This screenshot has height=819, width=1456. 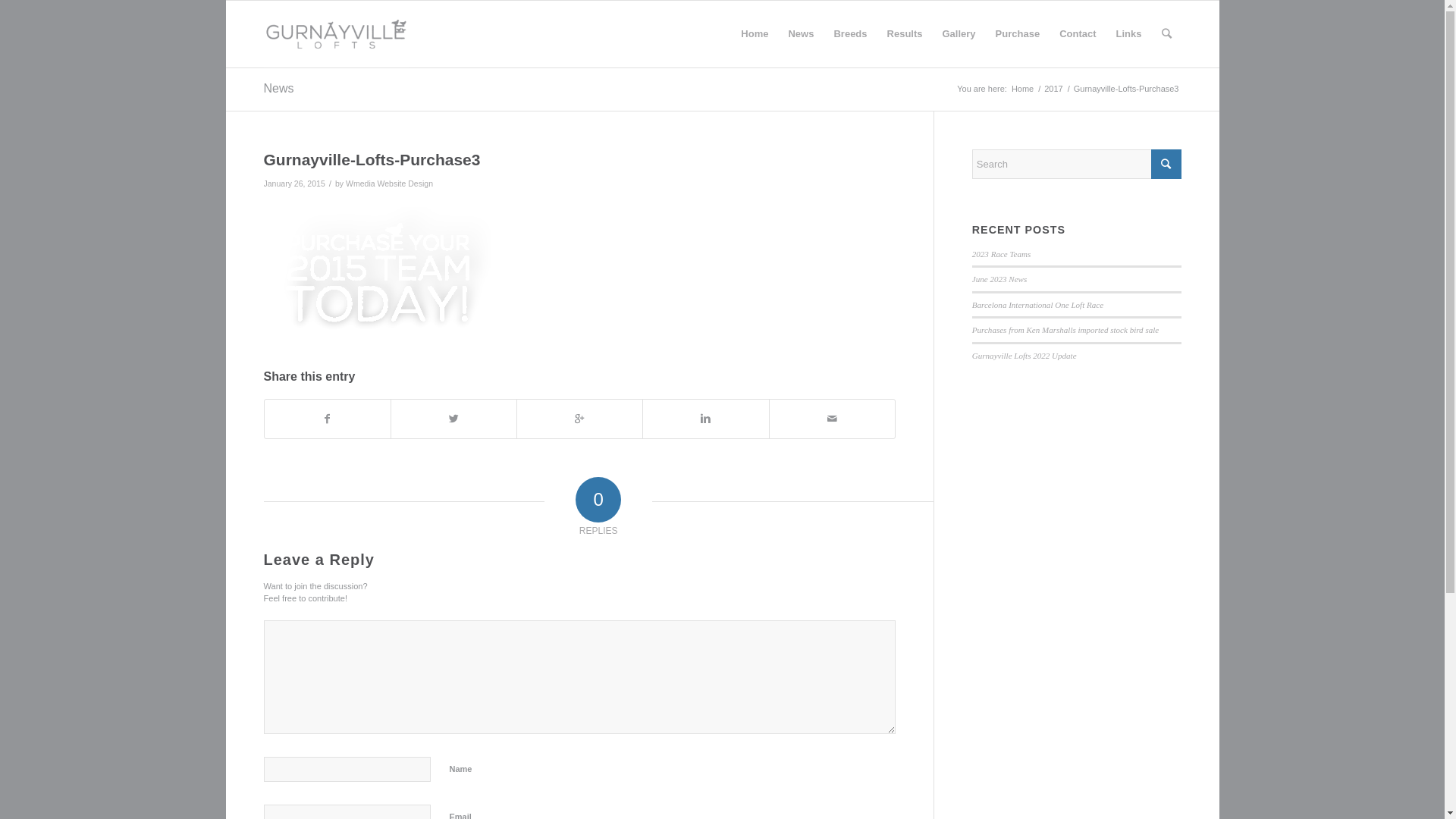 I want to click on 'Links', so click(x=1106, y=34).